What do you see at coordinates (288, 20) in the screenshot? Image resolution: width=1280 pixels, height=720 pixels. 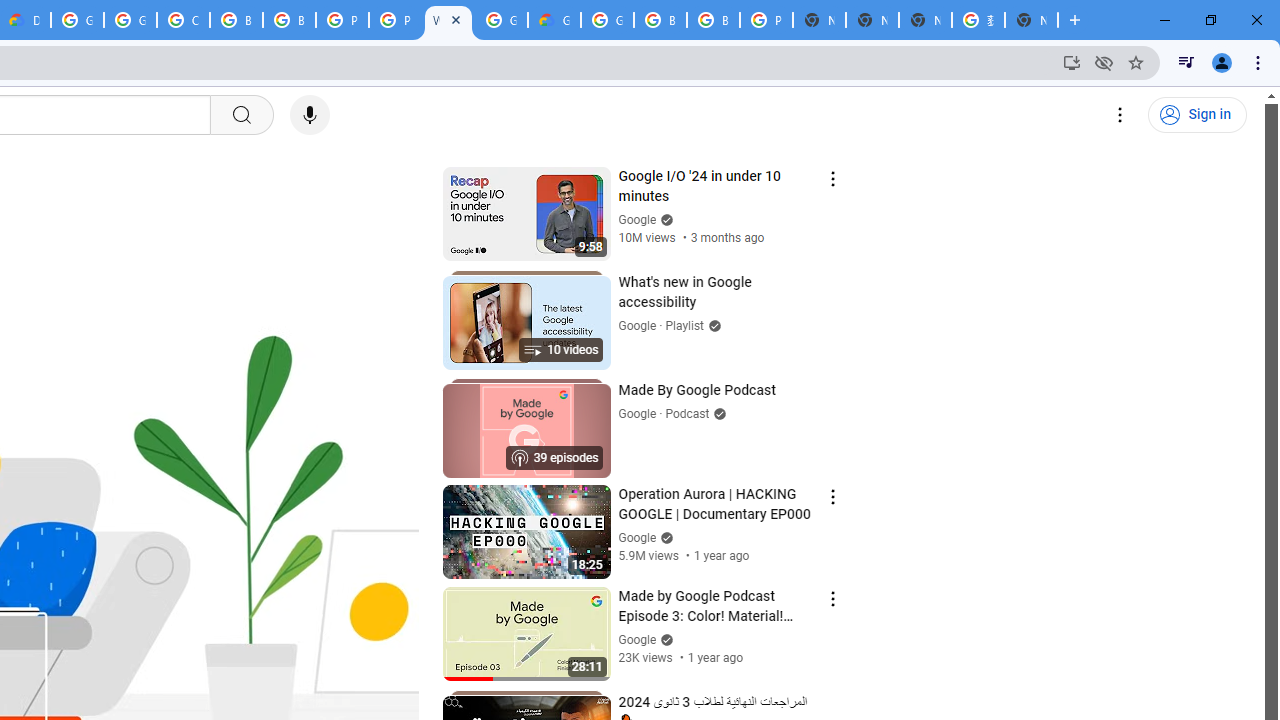 I see `'Browse Chrome as a guest - Computer - Google Chrome Help'` at bounding box center [288, 20].